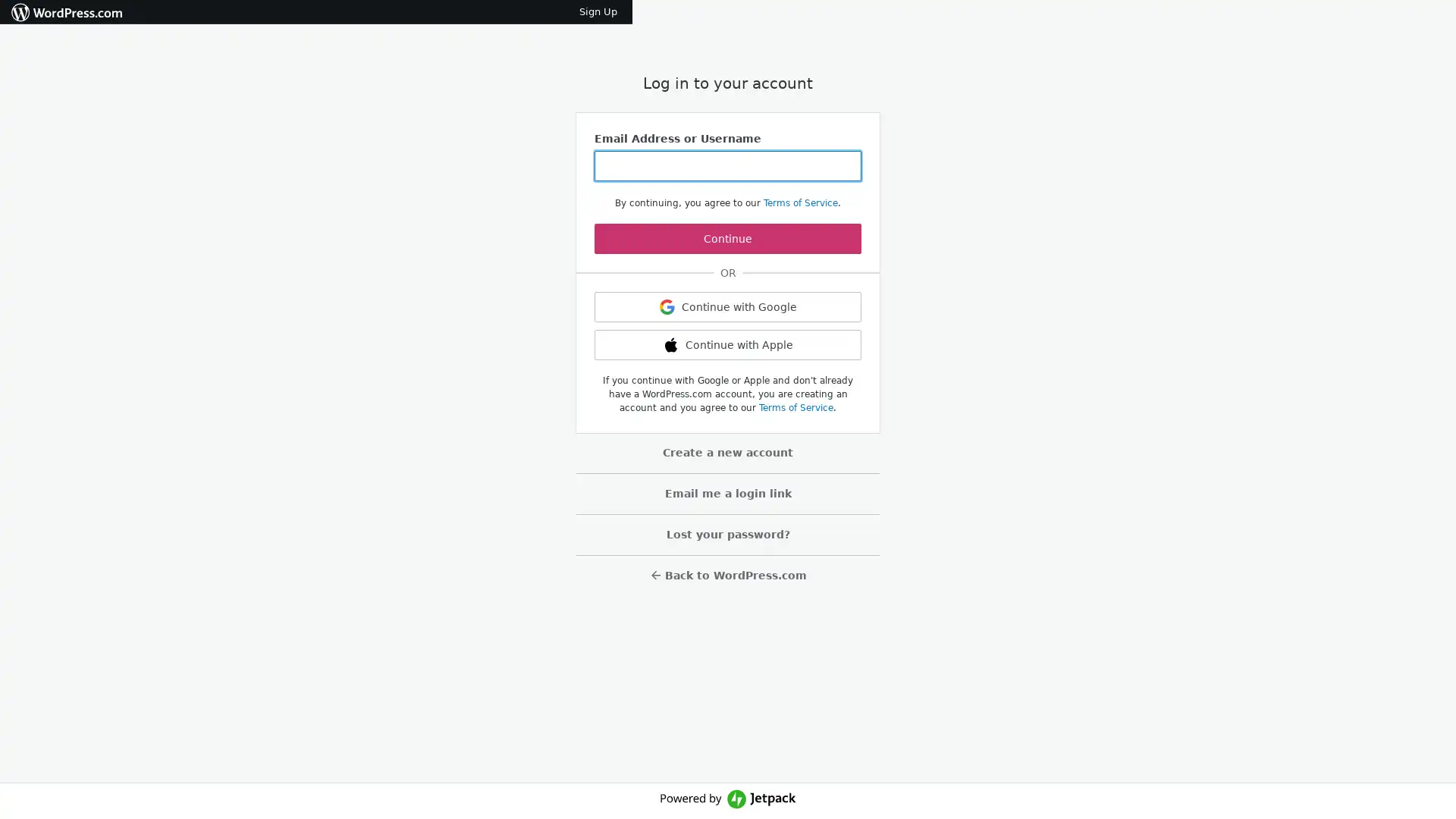  Describe the element at coordinates (728, 239) in the screenshot. I see `Continue` at that location.